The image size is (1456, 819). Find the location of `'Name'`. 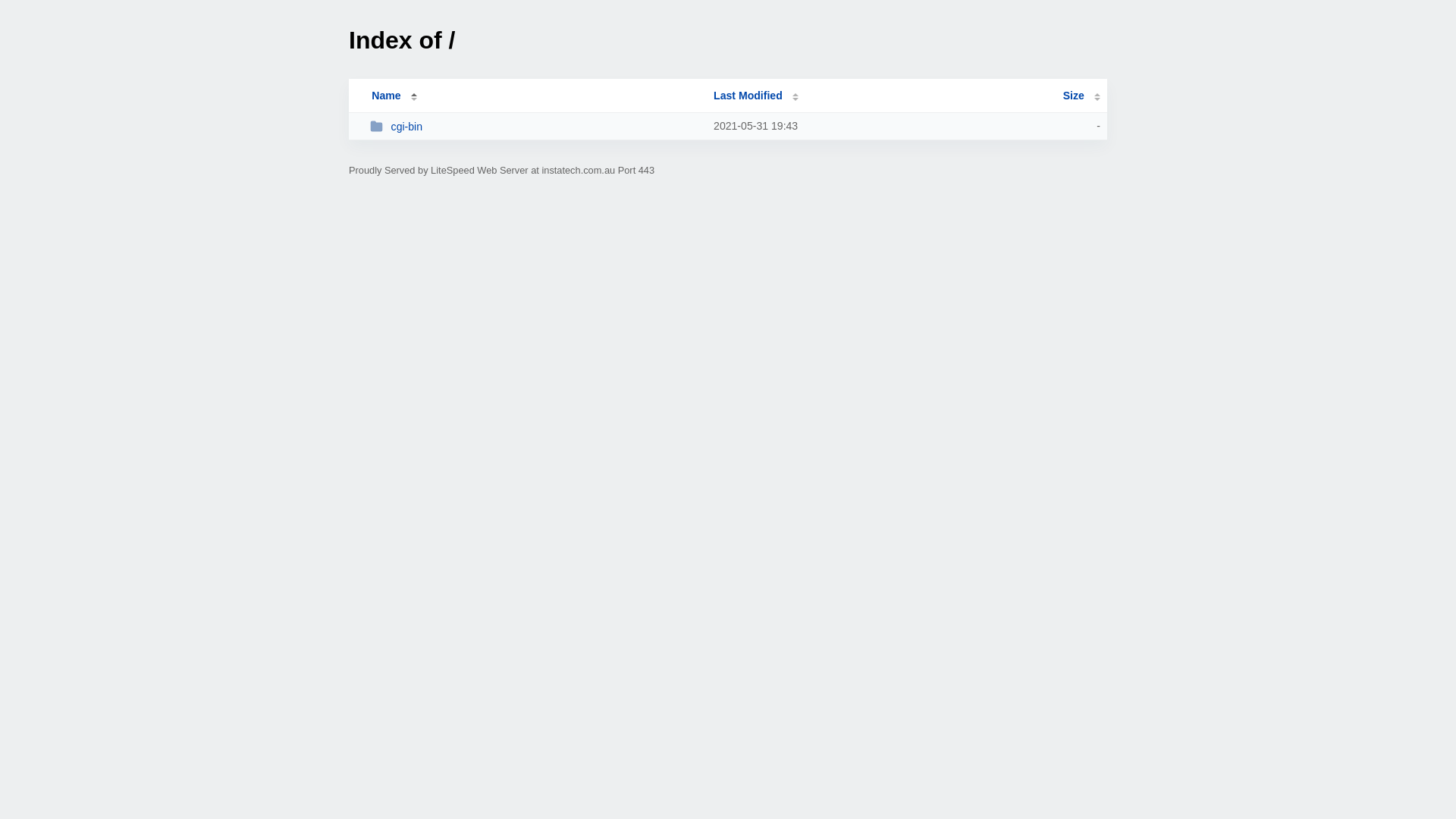

'Name' is located at coordinates (385, 96).